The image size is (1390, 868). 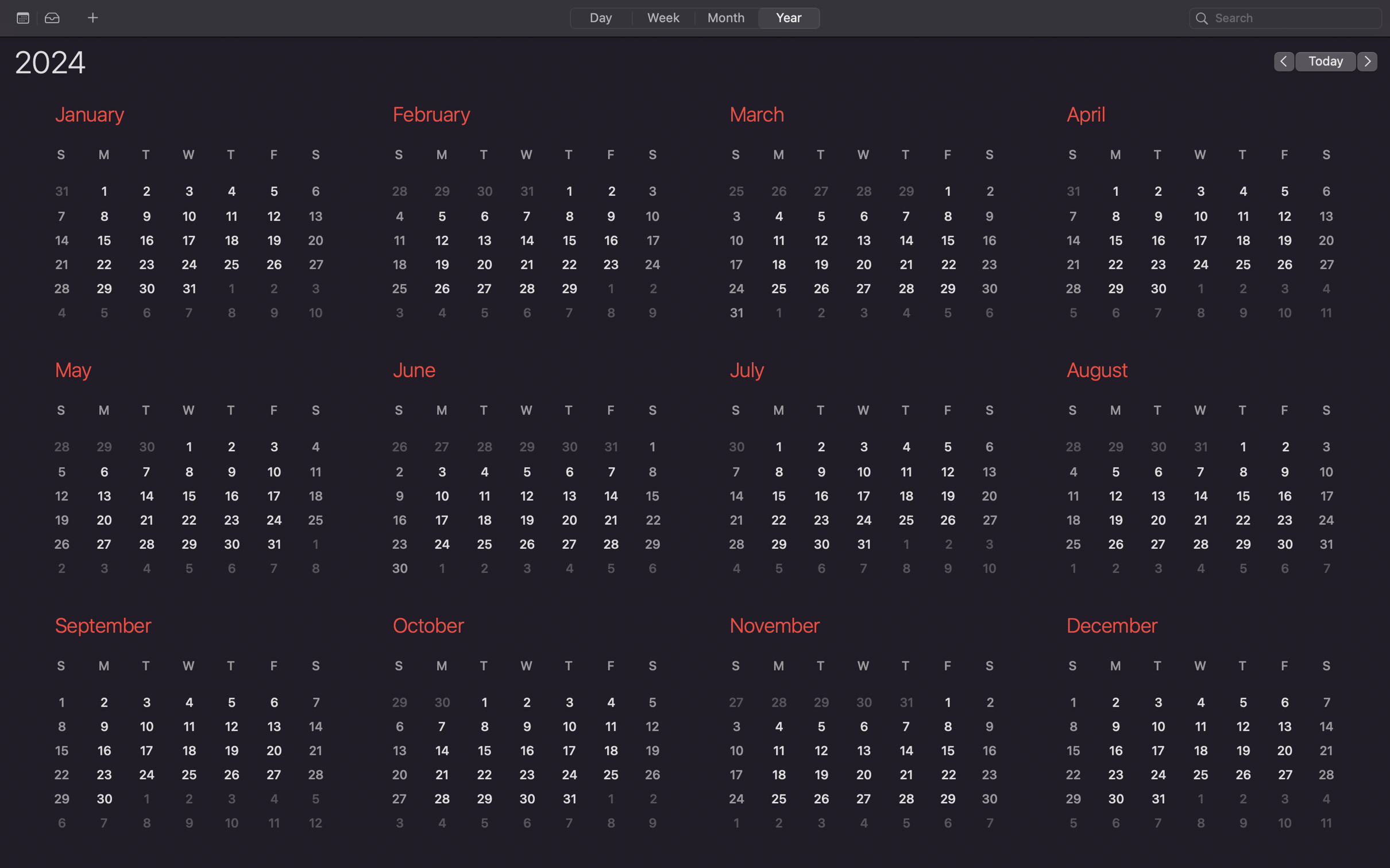 I want to click on Navigate and select the August month on the calendar, so click(x=1195, y=471).